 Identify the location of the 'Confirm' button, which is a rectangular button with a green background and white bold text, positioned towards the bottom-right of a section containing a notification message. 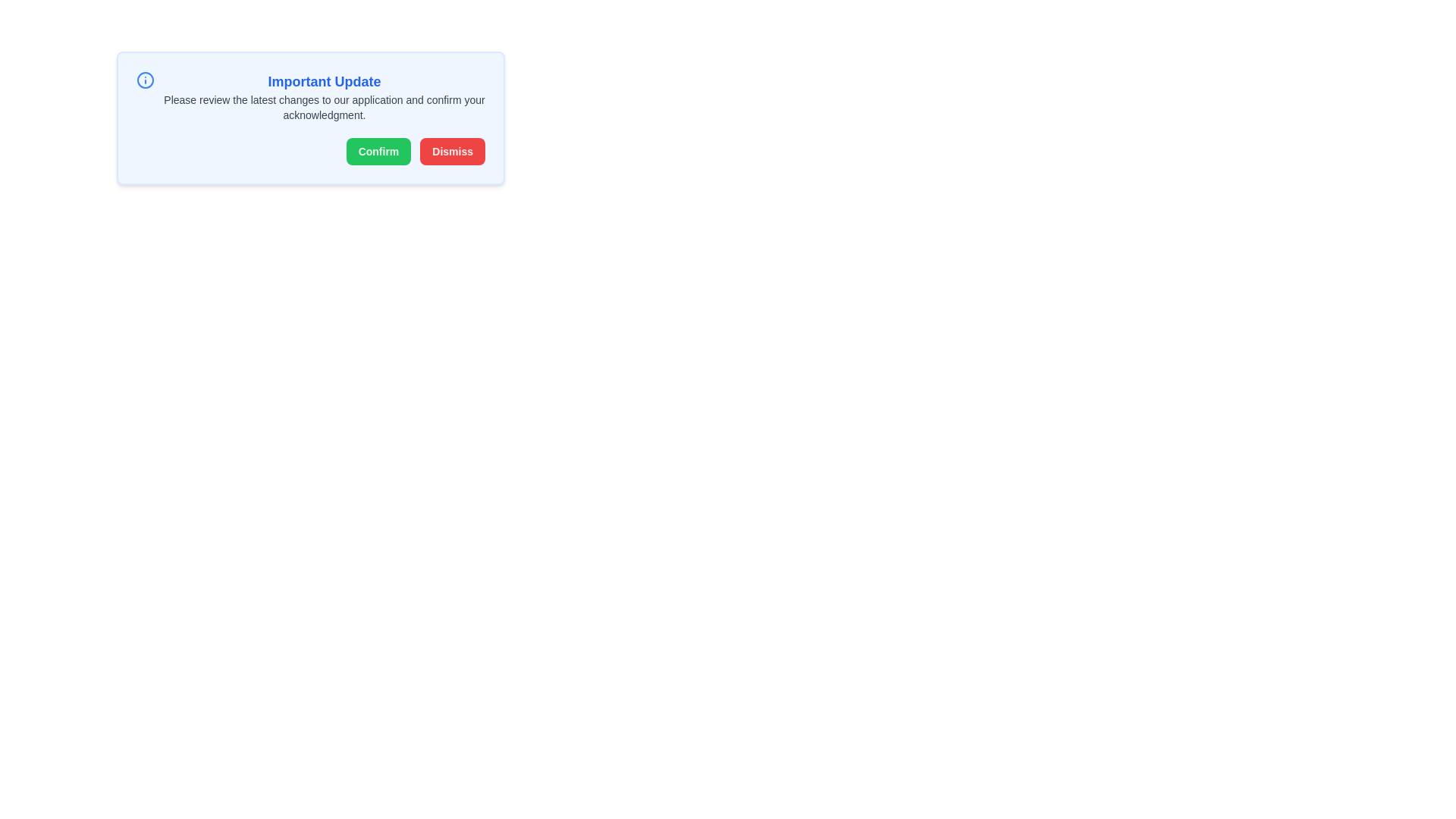
(378, 152).